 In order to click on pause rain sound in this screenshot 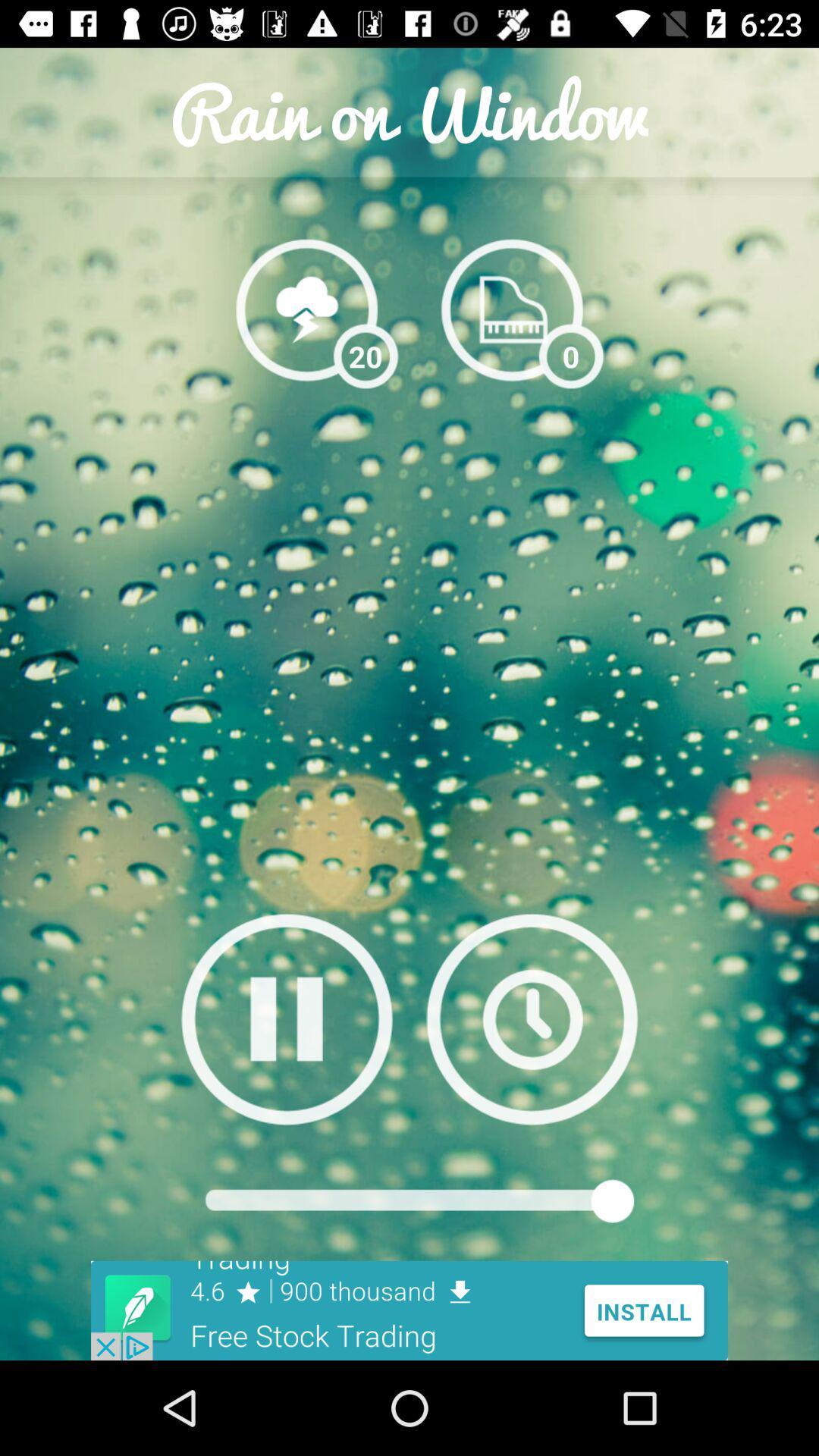, I will do `click(287, 1018)`.